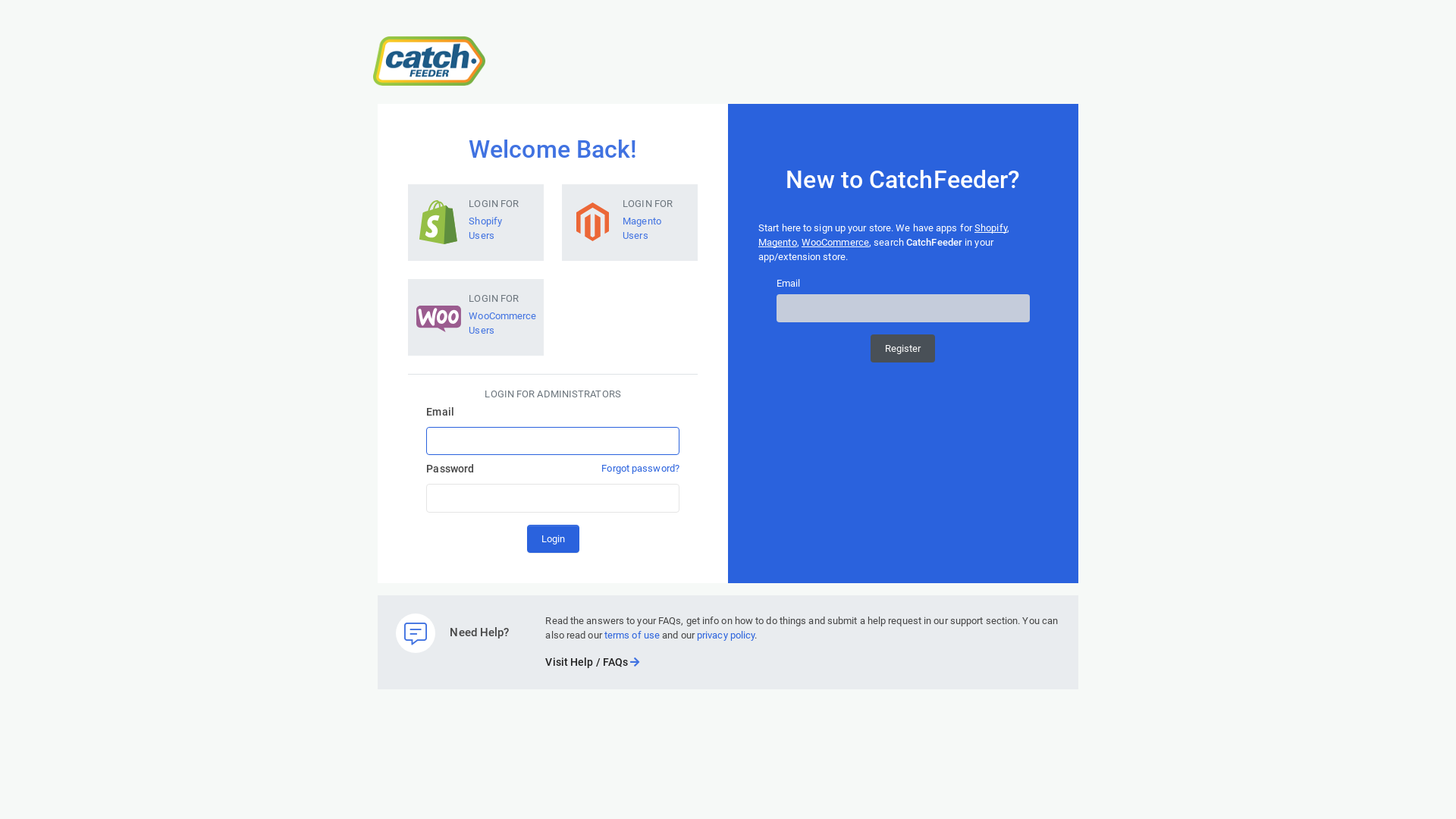 This screenshot has width=1456, height=819. I want to click on 'Magento', so click(758, 241).